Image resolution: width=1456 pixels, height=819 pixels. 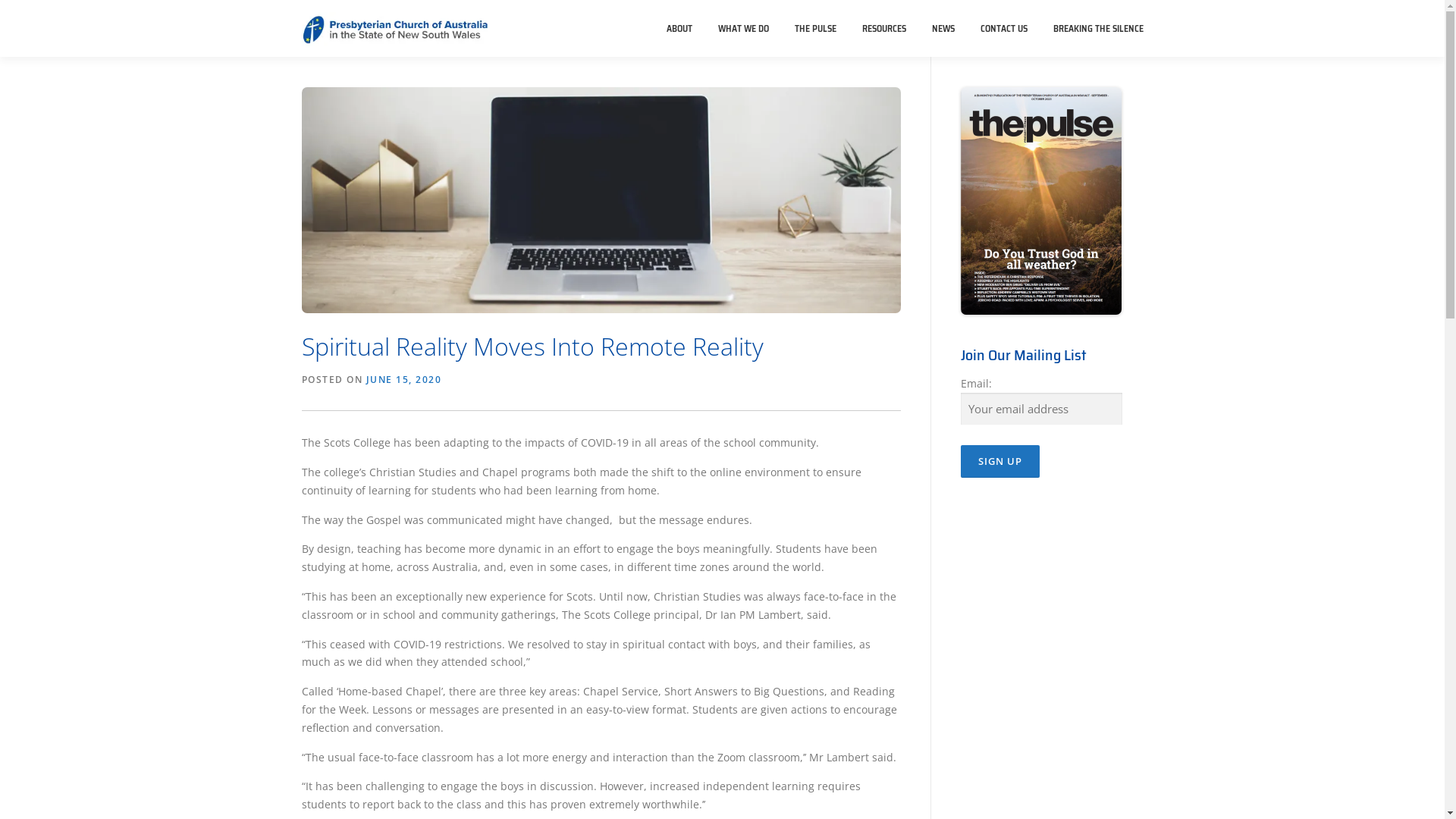 I want to click on 'RESOURCES', so click(x=884, y=28).